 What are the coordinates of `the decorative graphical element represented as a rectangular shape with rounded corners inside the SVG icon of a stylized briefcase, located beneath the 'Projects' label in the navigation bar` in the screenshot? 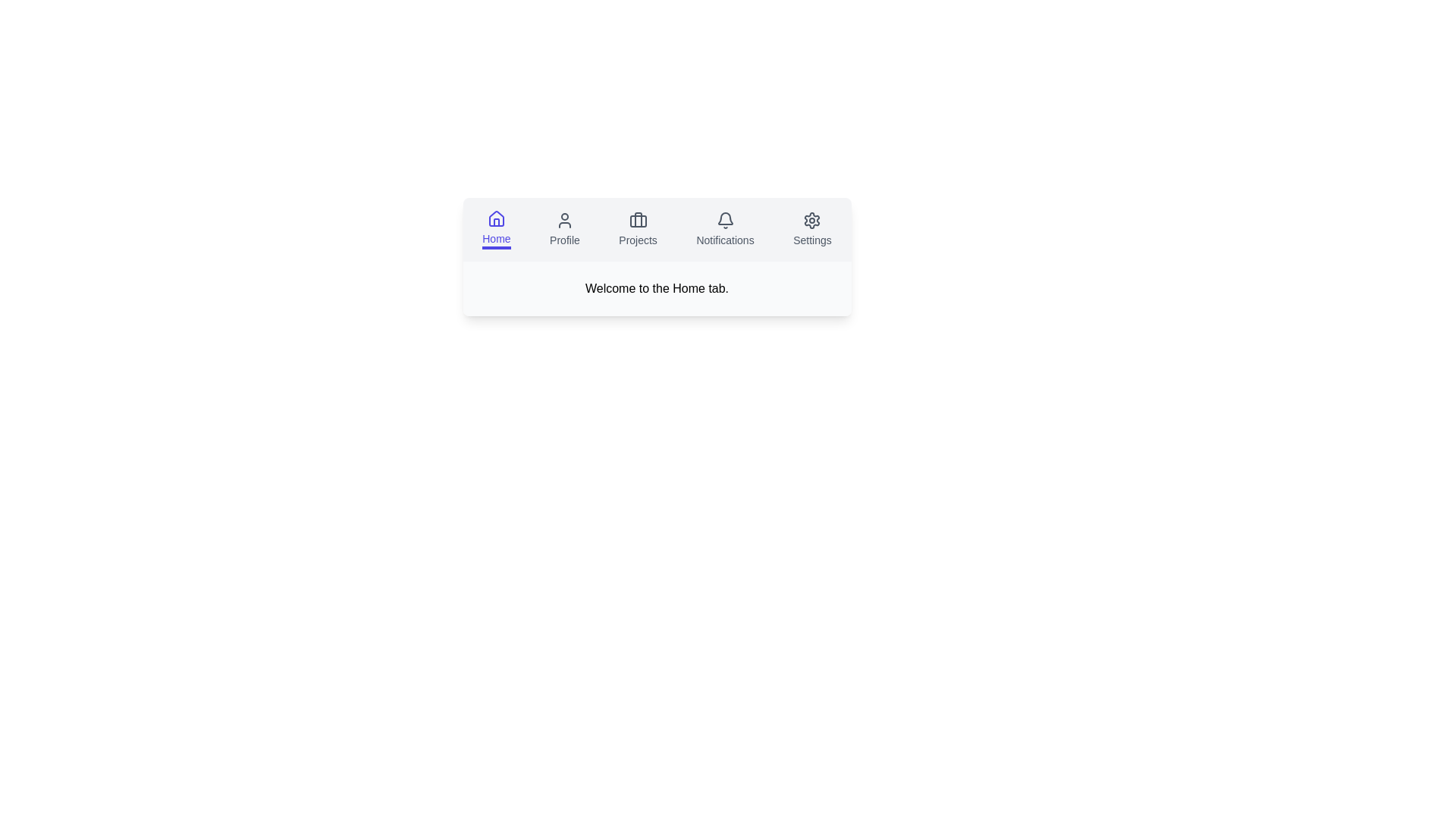 It's located at (638, 221).